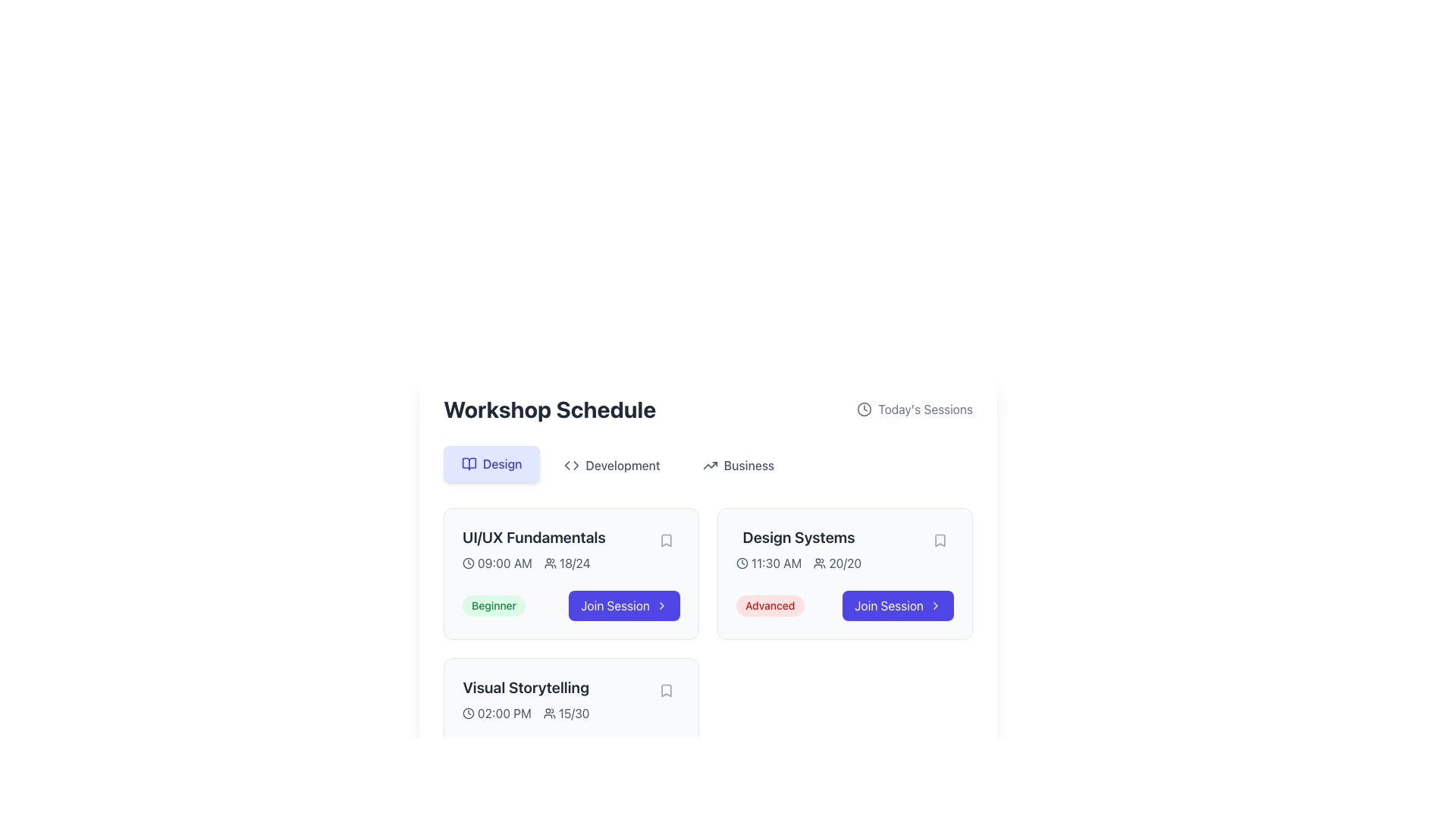 This screenshot has height=819, width=1456. What do you see at coordinates (534, 537) in the screenshot?
I see `the title text of the first workshop session card under the 'Design' category in the 'Workshop Schedule' section` at bounding box center [534, 537].